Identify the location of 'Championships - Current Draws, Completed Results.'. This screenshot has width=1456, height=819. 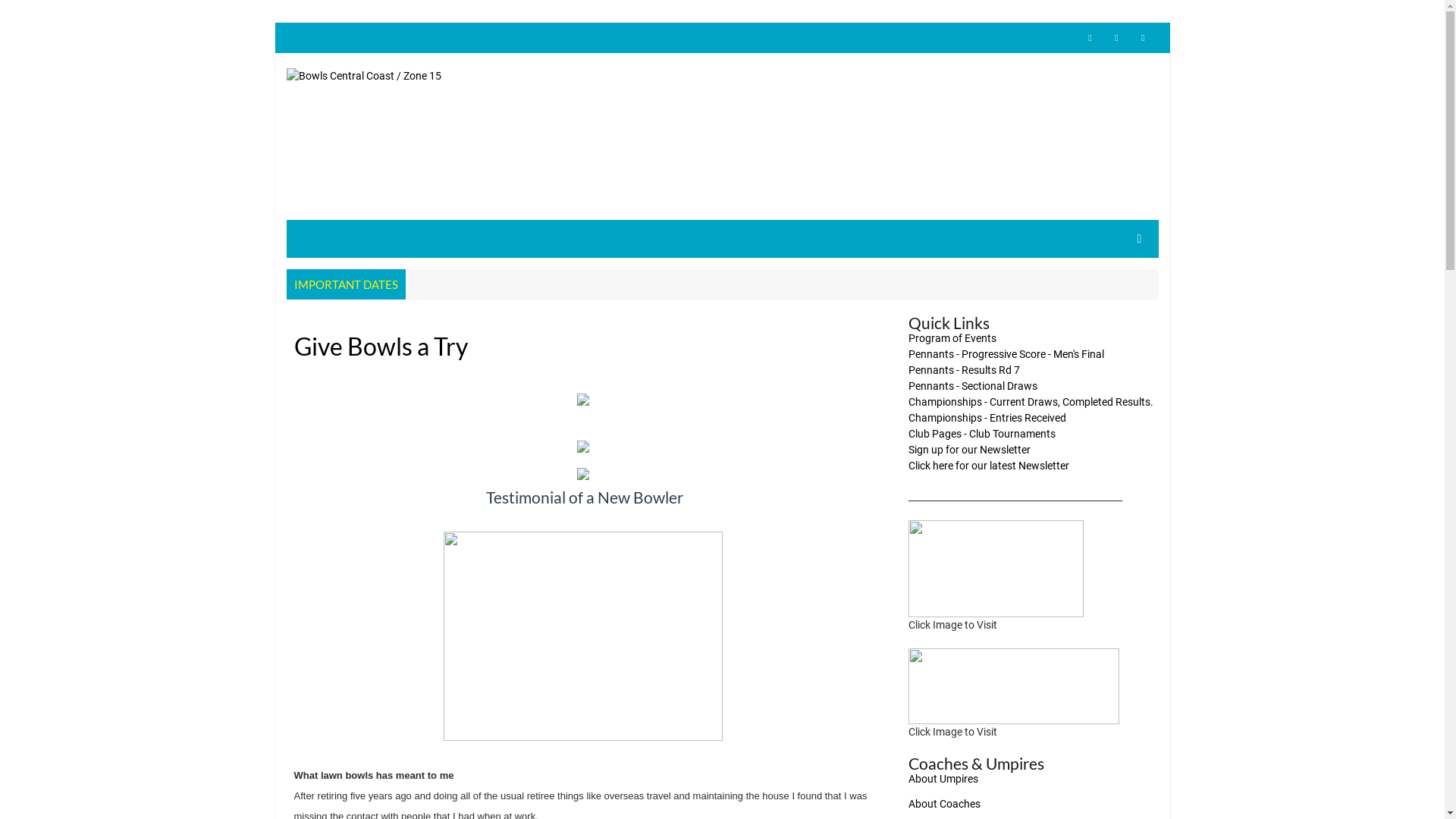
(1031, 400).